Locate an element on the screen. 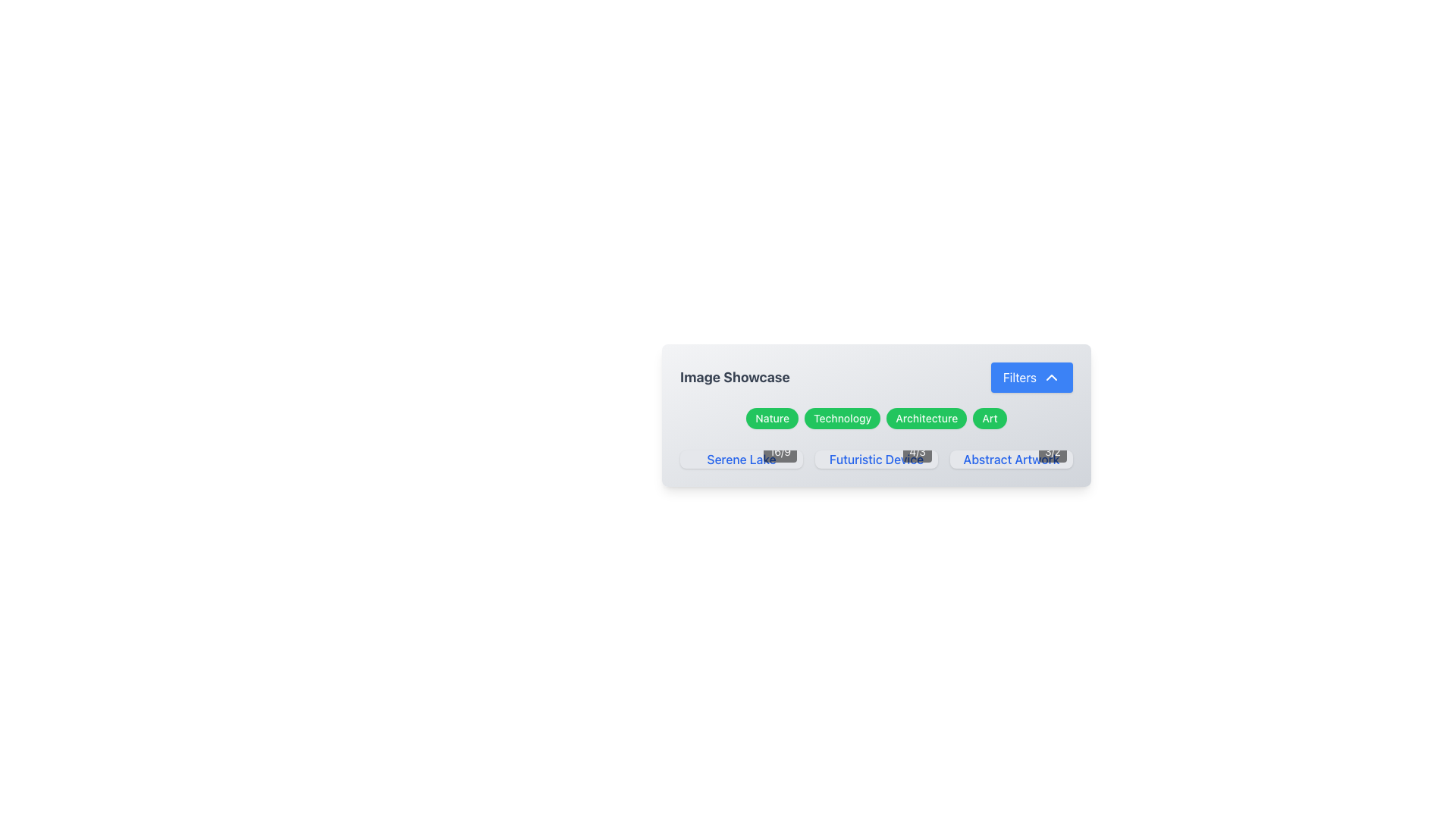 The width and height of the screenshot is (1456, 819). the toggle button for the 'Technology' category, which is positioned to the right of the 'Nature' button and to the left of the 'Architecture' button in the category selection section below the 'Image Showcase' title is located at coordinates (877, 415).